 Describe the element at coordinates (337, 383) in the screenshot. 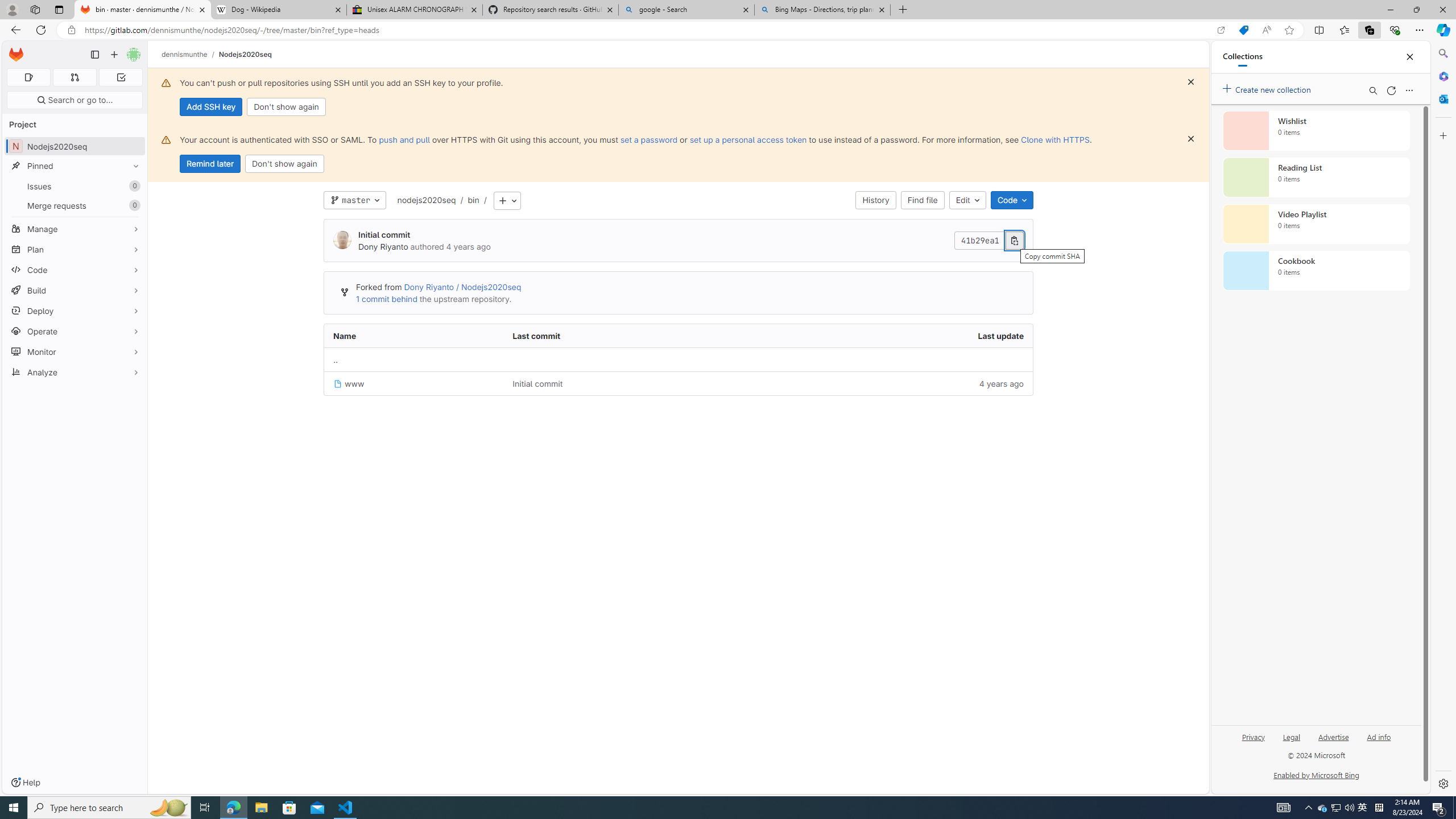

I see `'Class: s16 position-relative file-icon'` at that location.